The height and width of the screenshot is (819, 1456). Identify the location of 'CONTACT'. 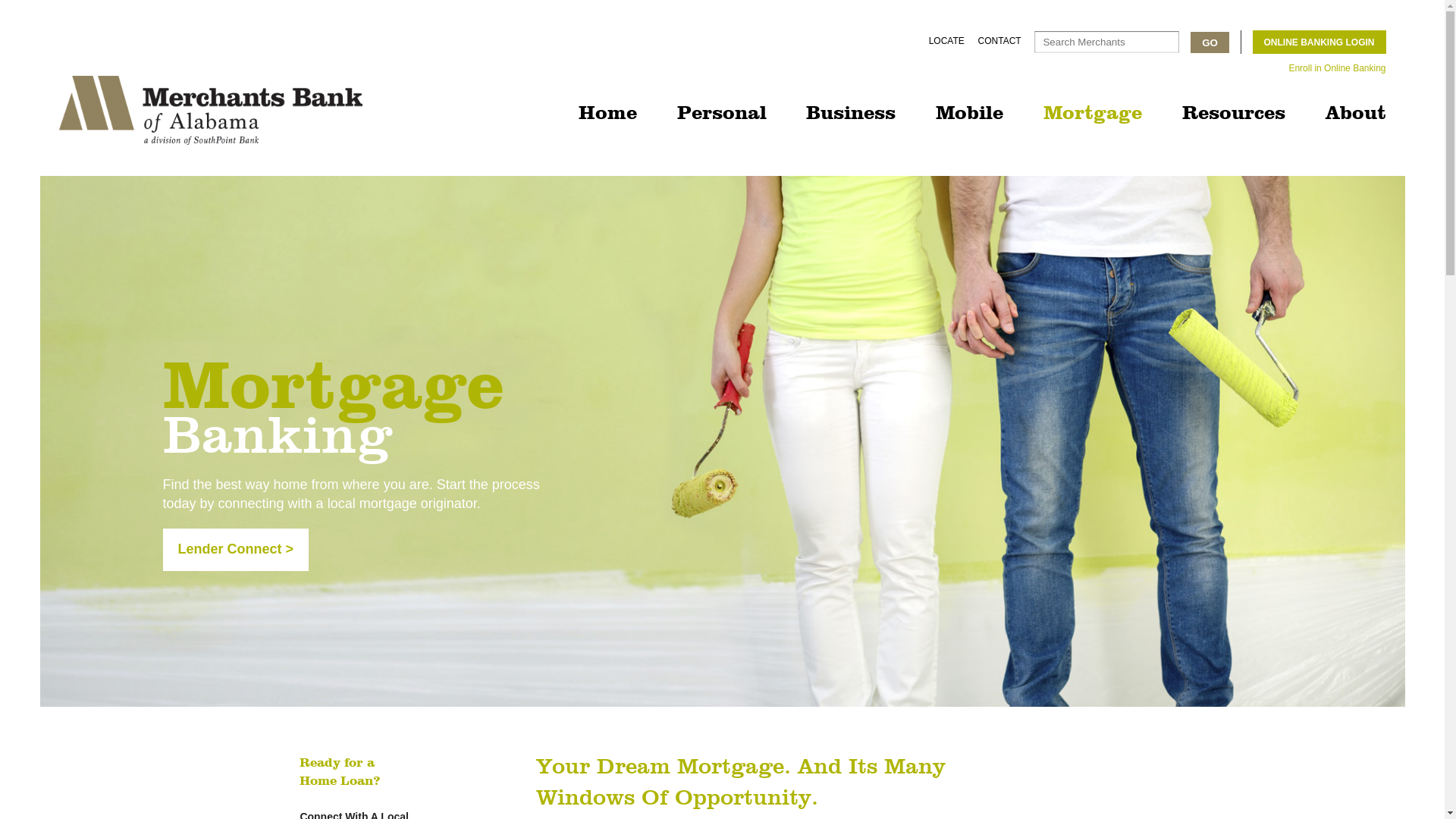
(999, 40).